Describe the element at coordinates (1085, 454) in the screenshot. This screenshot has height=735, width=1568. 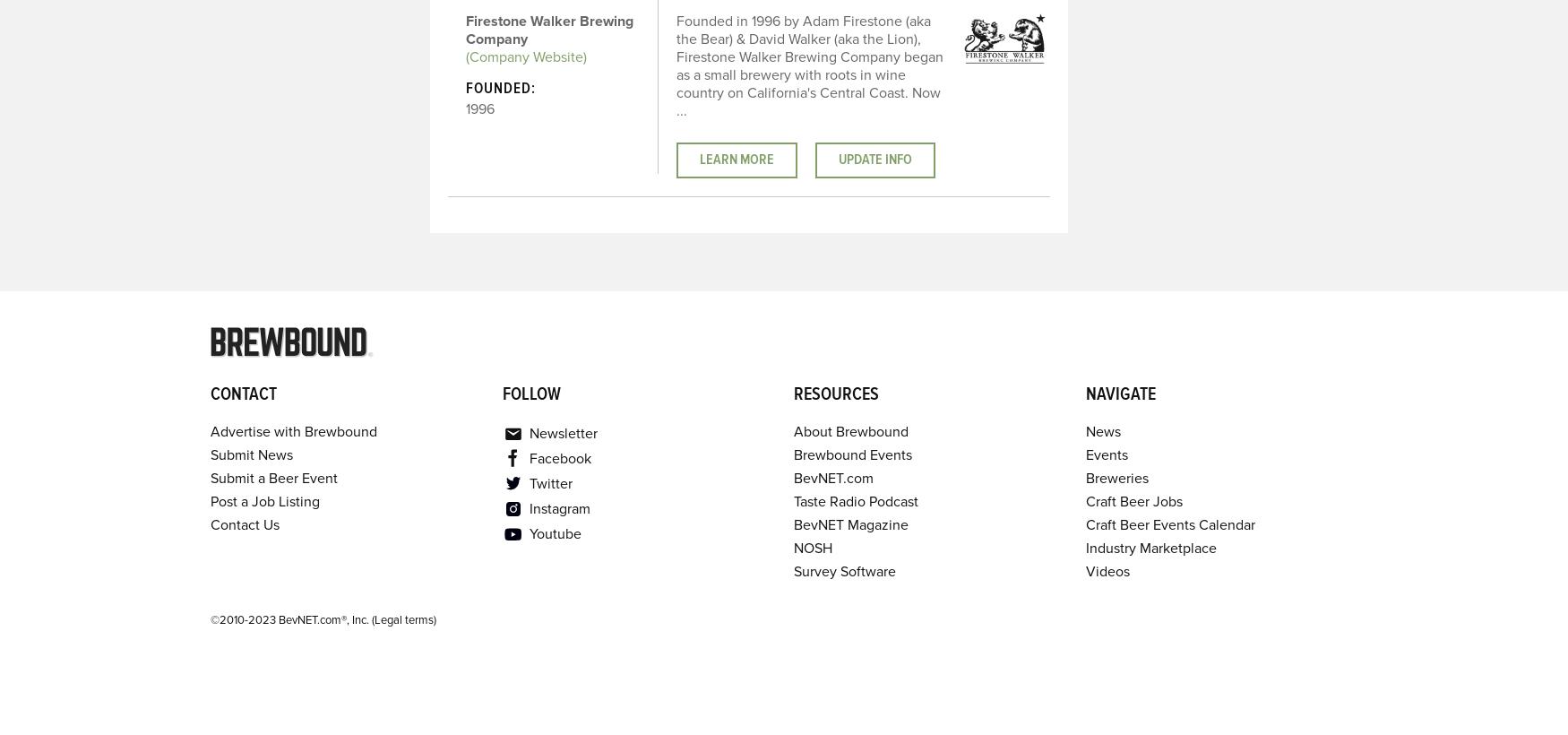
I see `'Events'` at that location.